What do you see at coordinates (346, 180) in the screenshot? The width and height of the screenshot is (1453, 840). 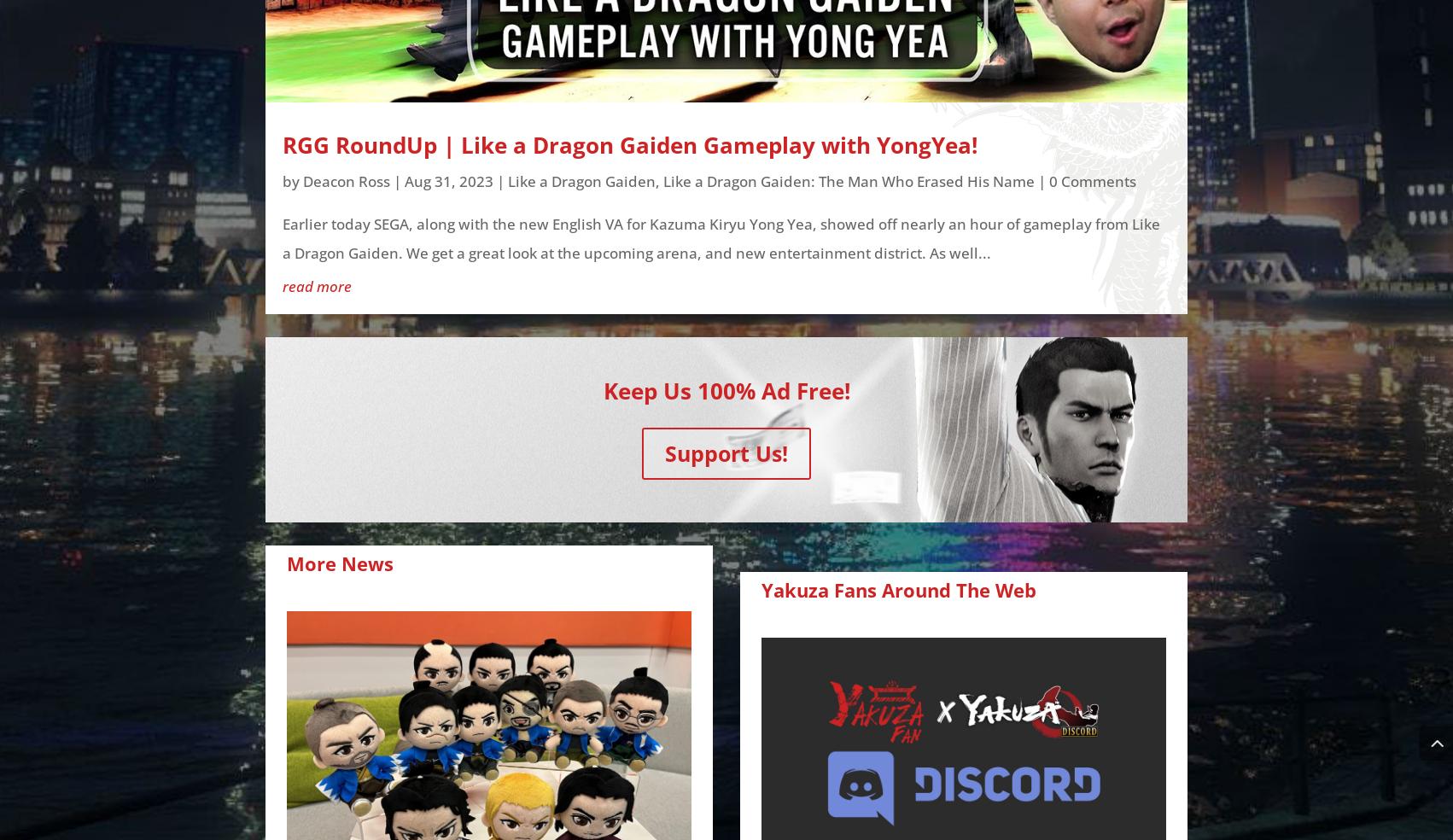 I see `'Deacon Ross'` at bounding box center [346, 180].